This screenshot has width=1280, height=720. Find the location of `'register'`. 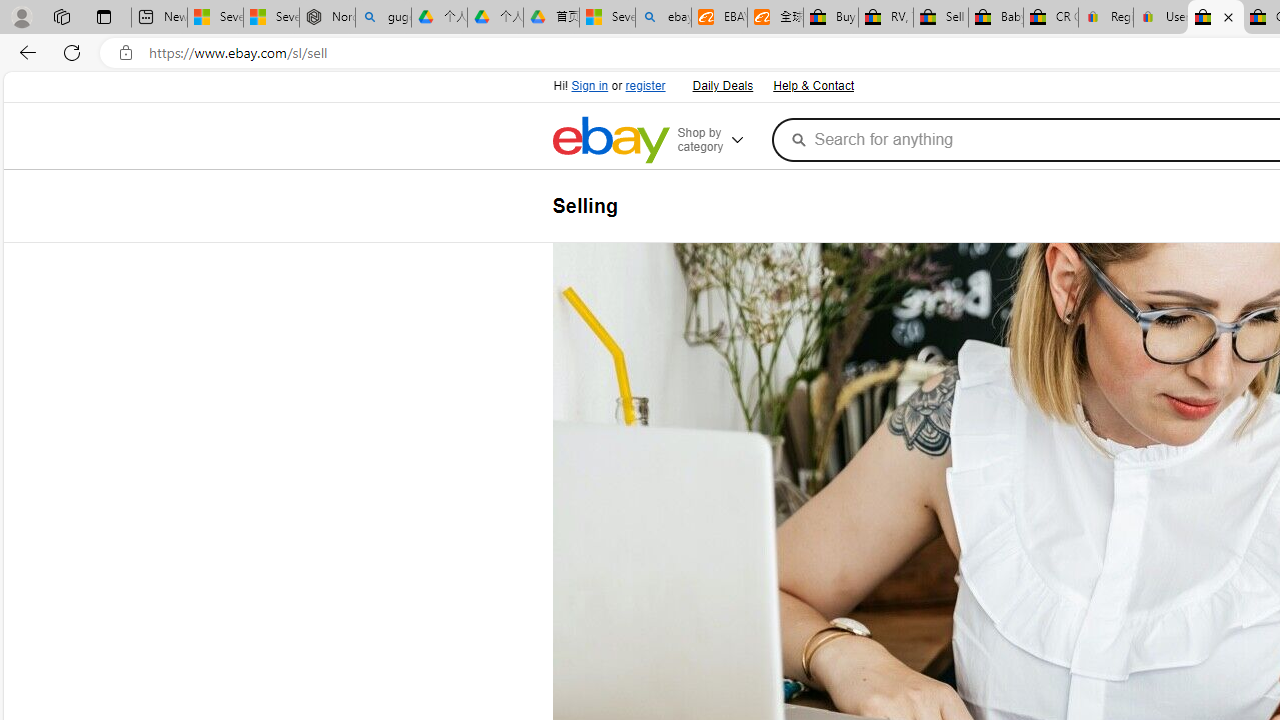

'register' is located at coordinates (645, 85).